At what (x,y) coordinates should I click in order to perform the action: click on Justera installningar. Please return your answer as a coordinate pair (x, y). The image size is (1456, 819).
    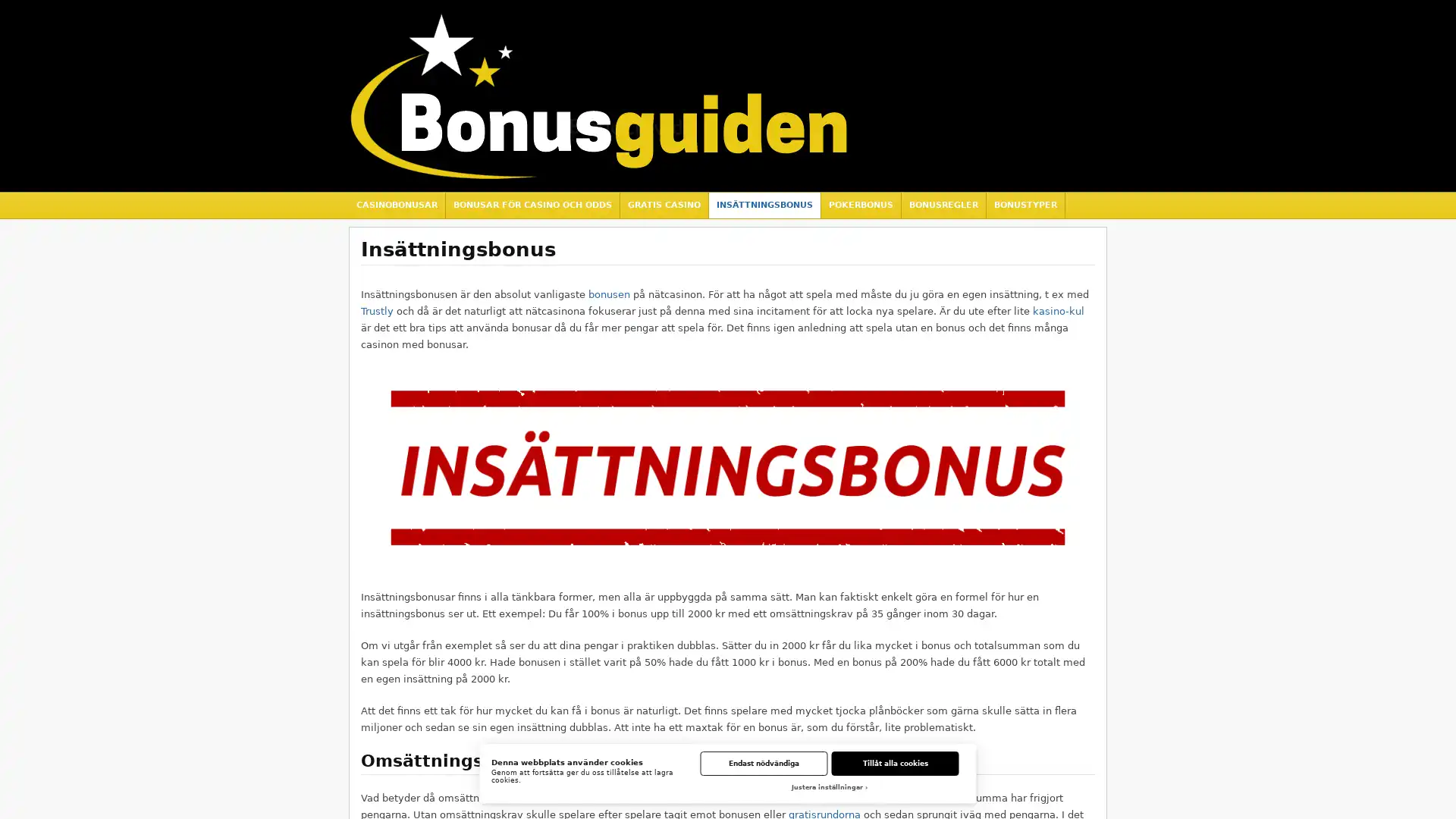
    Looking at the image, I should click on (828, 786).